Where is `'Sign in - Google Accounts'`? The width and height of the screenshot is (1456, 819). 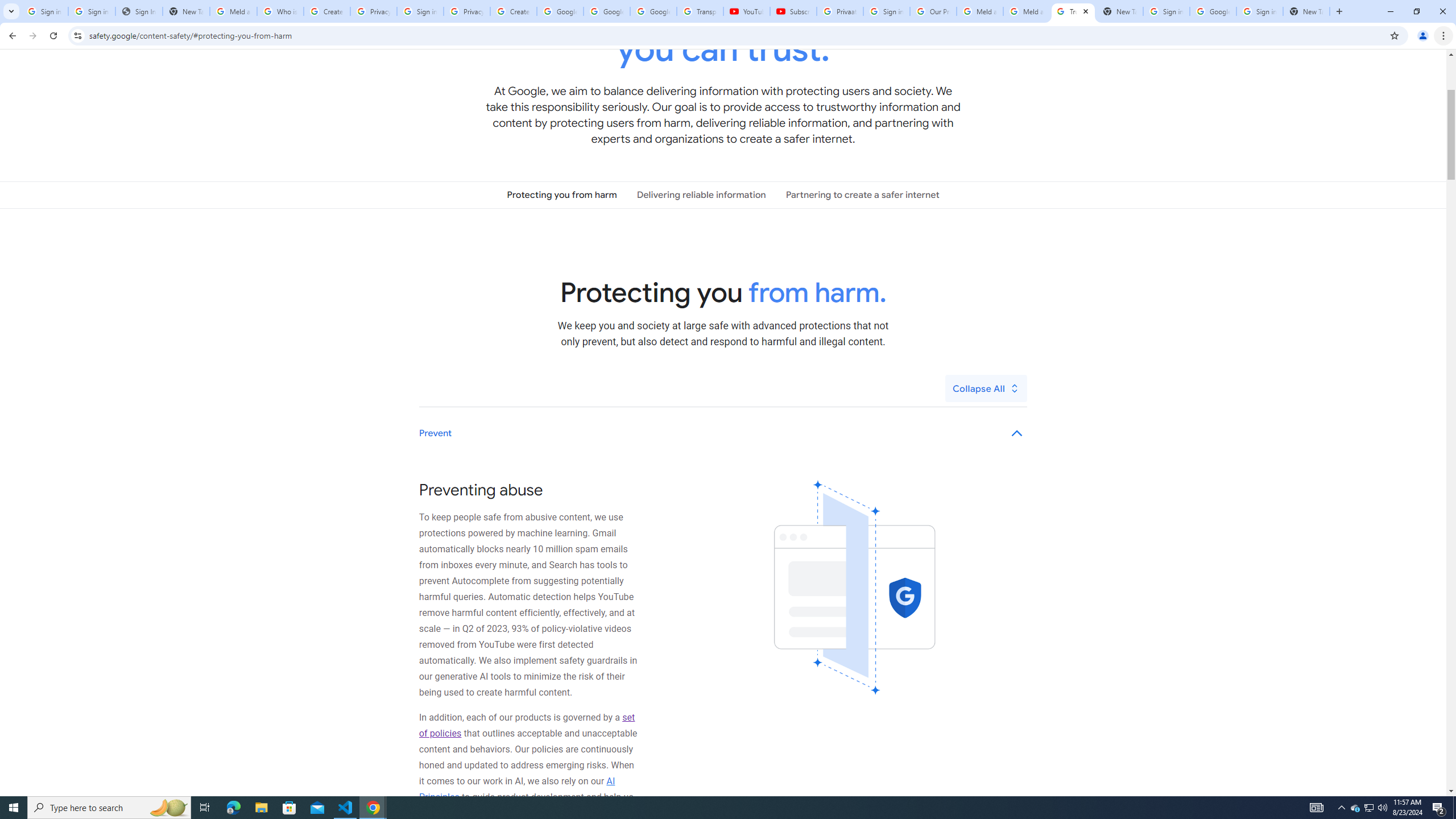
'Sign in - Google Accounts' is located at coordinates (1259, 11).